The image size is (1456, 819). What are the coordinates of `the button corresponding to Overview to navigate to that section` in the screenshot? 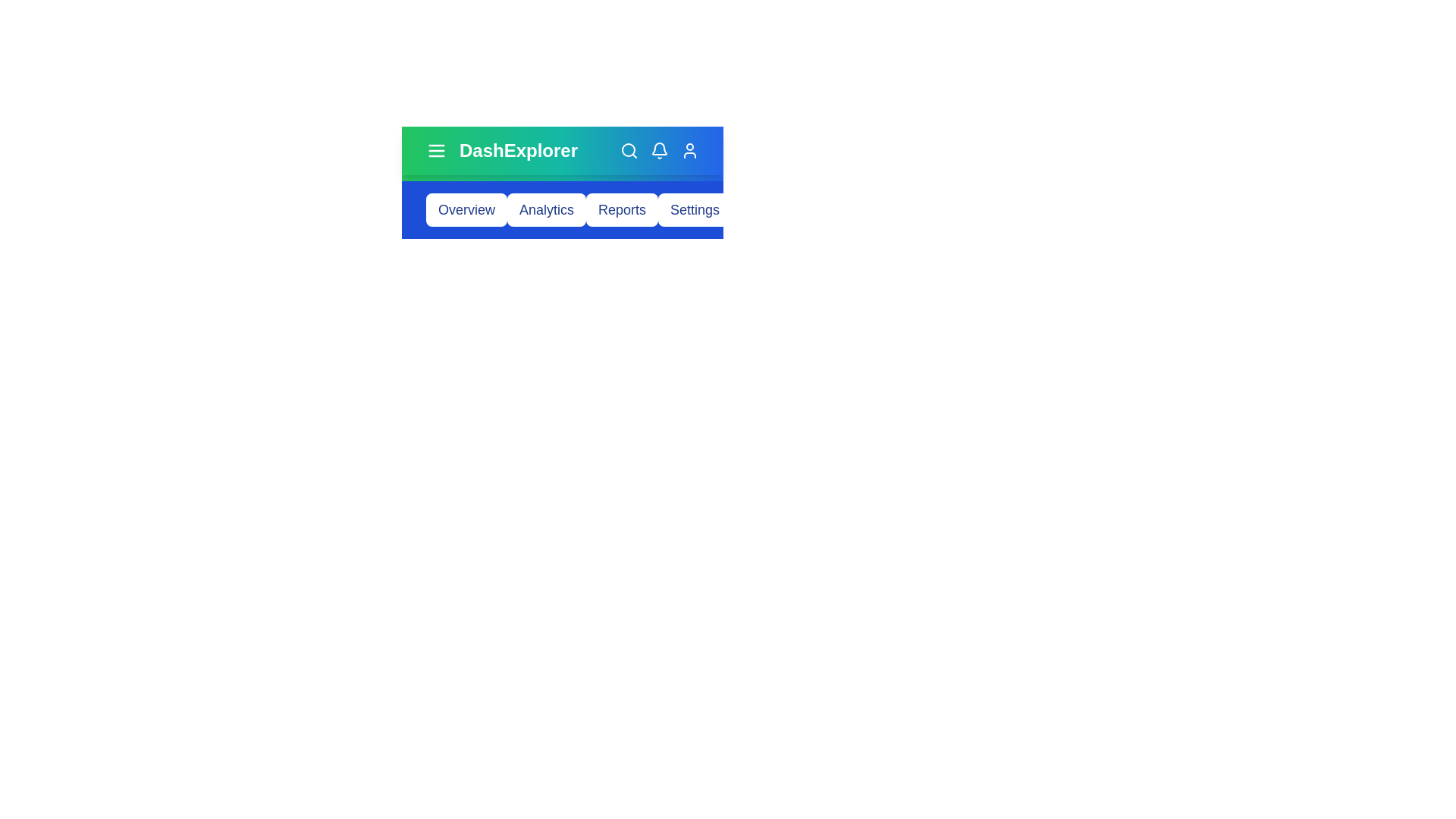 It's located at (465, 210).